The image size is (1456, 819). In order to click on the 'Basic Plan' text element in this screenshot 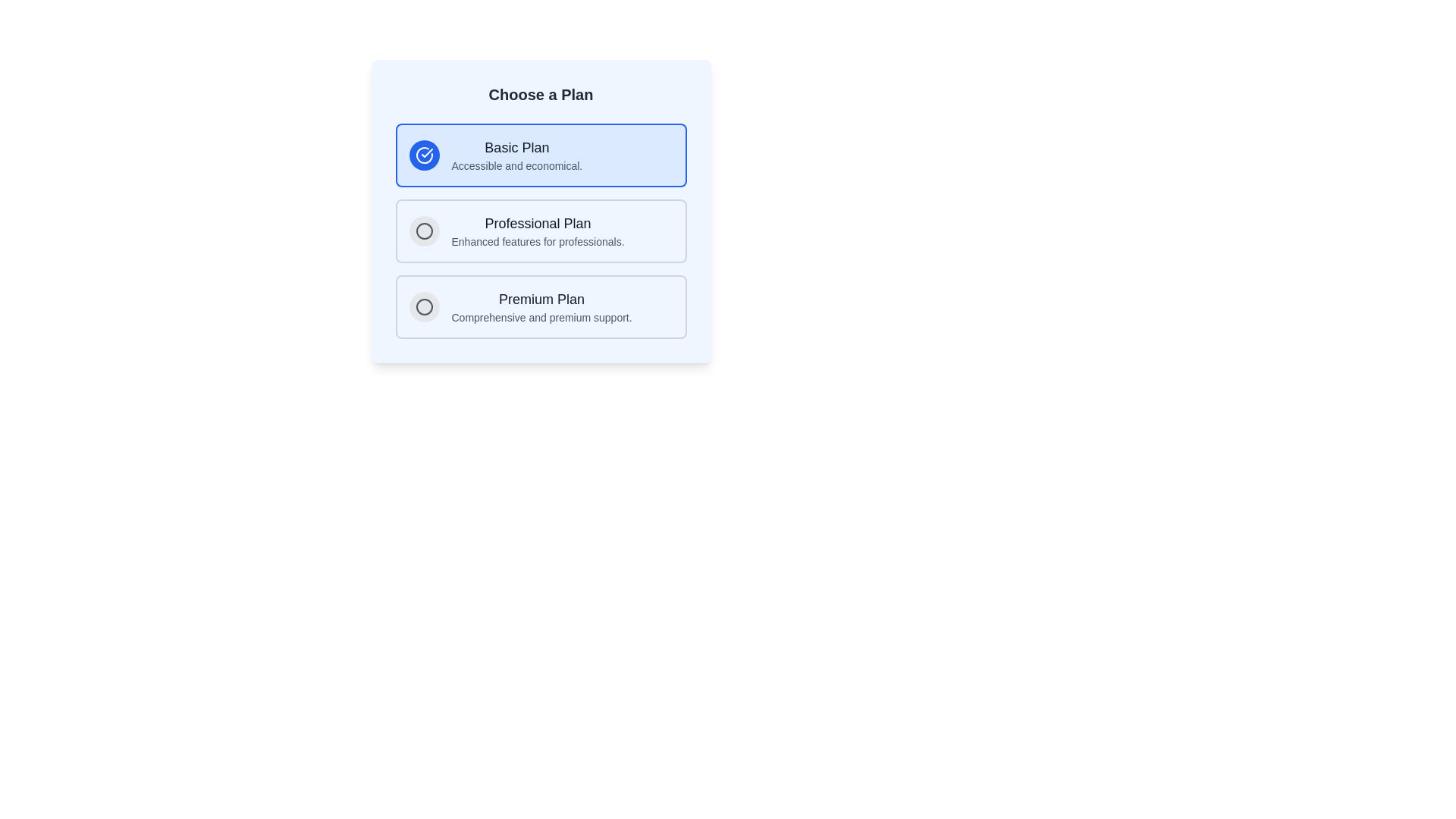, I will do `click(516, 148)`.